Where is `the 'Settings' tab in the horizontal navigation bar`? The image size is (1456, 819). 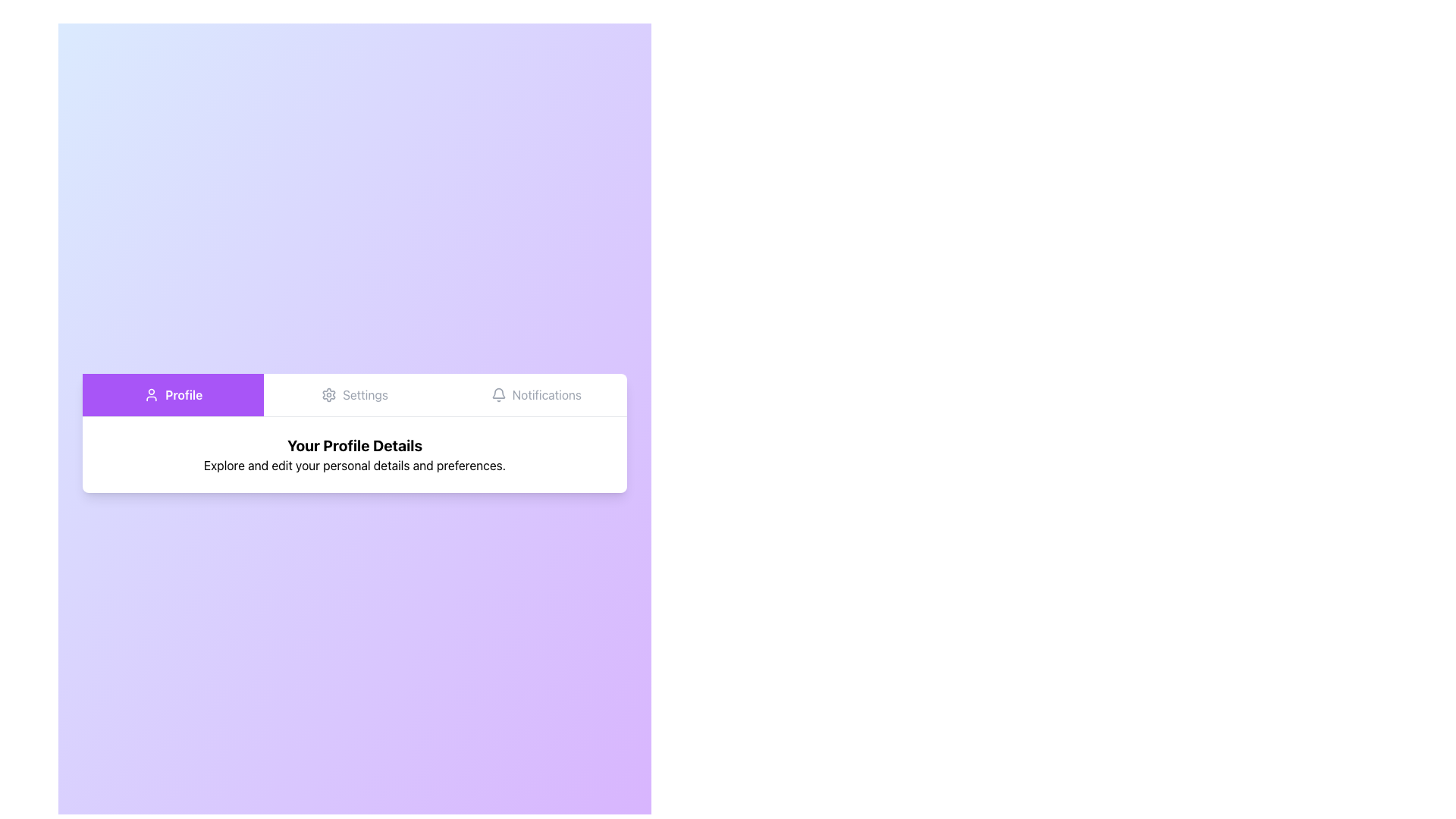 the 'Settings' tab in the horizontal navigation bar is located at coordinates (353, 394).